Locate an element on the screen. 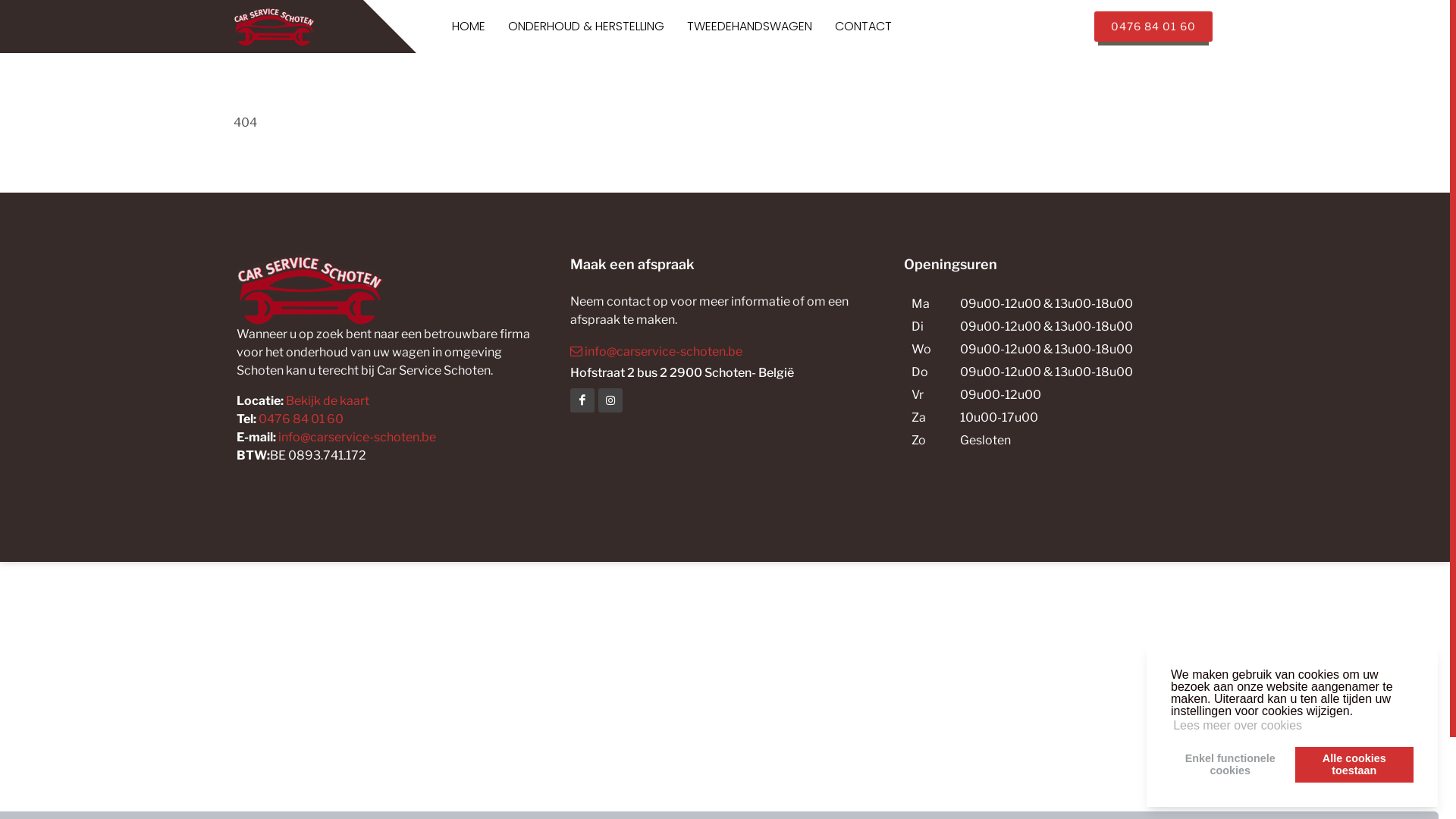  'Facebook' is located at coordinates (610, 400).